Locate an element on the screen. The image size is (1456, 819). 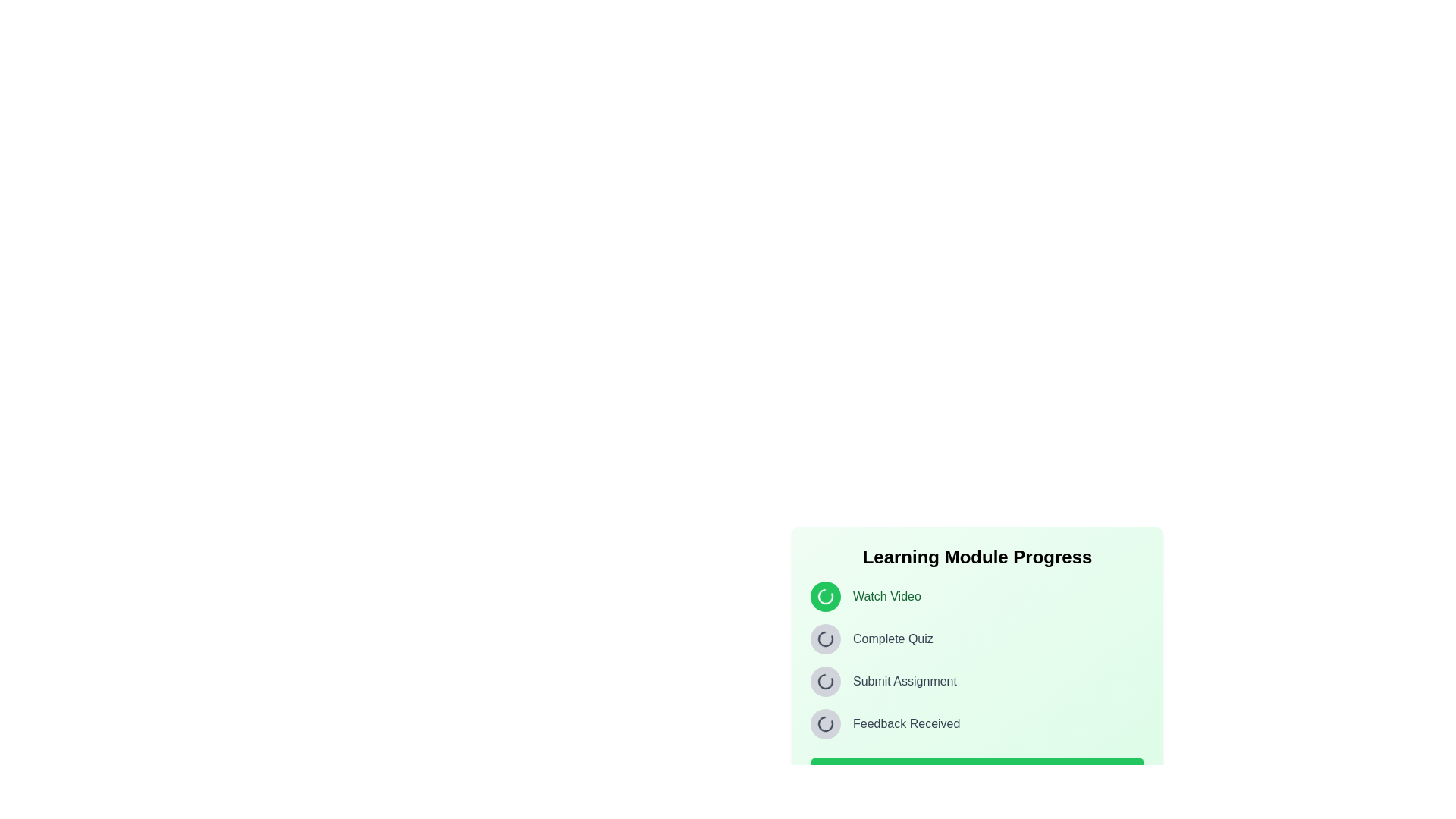
the circular spinning loader icon, which is part of the status indicators for tasks in the learning module, located to the left of the 'Submit Assignment' text is located at coordinates (825, 680).